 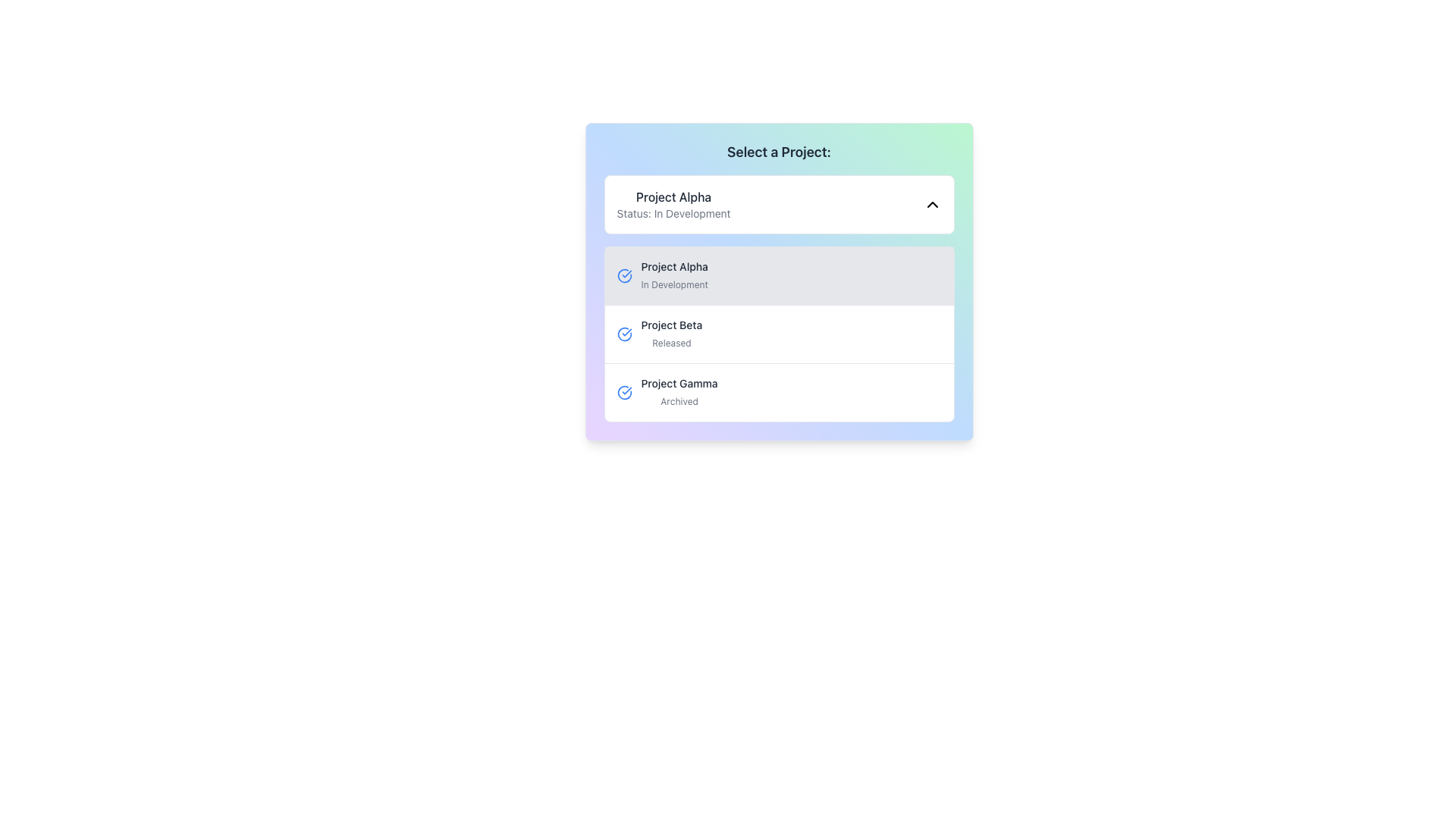 I want to click on the text label 'Project Gamma' located in the dropdown list, which is the third project option and has the status 'Archived' displayed underneath it, so click(x=679, y=382).